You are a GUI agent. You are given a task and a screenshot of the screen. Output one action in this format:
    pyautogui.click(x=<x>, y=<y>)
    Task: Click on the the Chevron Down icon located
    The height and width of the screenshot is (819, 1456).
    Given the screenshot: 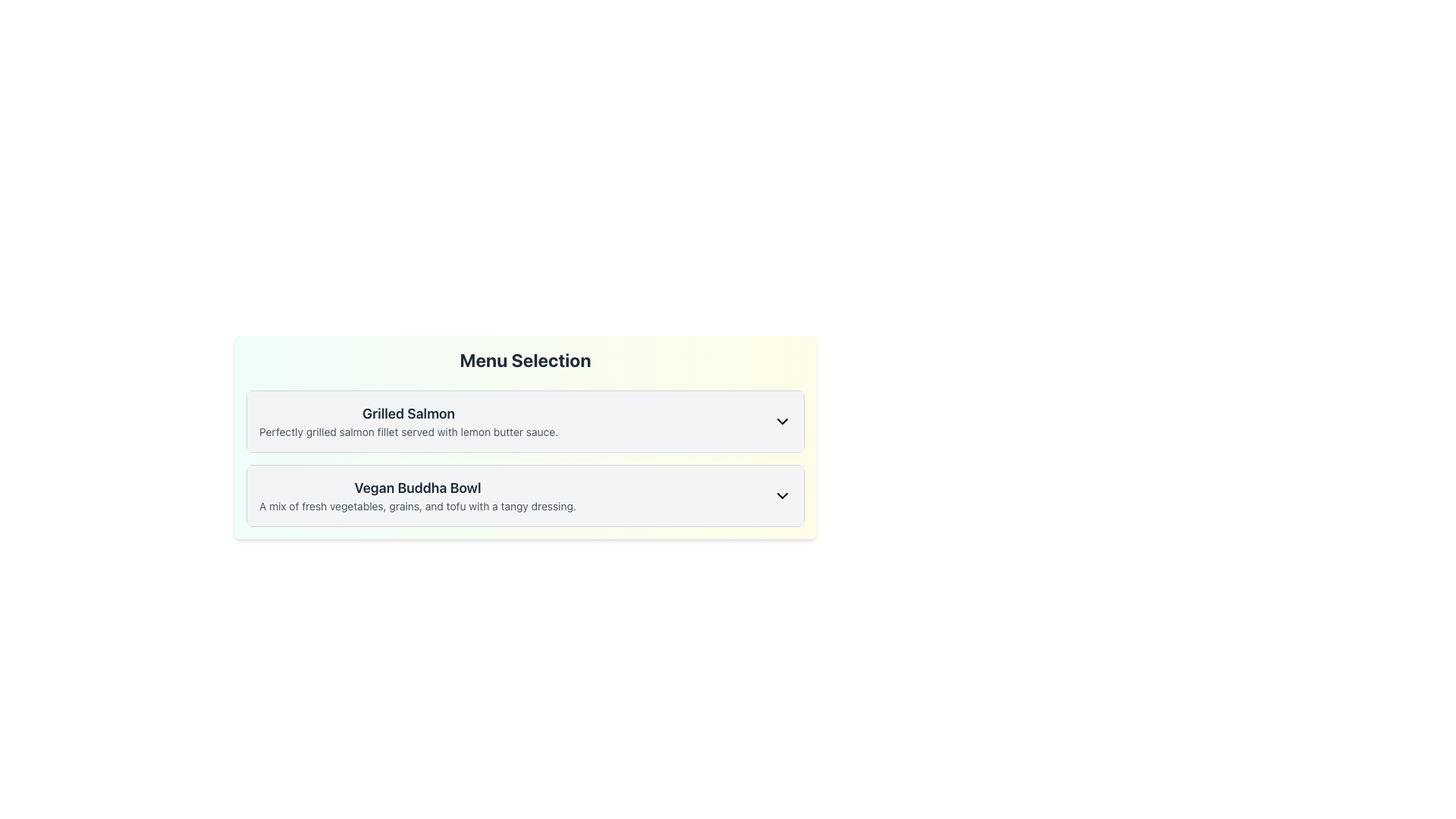 What is the action you would take?
    pyautogui.click(x=783, y=496)
    